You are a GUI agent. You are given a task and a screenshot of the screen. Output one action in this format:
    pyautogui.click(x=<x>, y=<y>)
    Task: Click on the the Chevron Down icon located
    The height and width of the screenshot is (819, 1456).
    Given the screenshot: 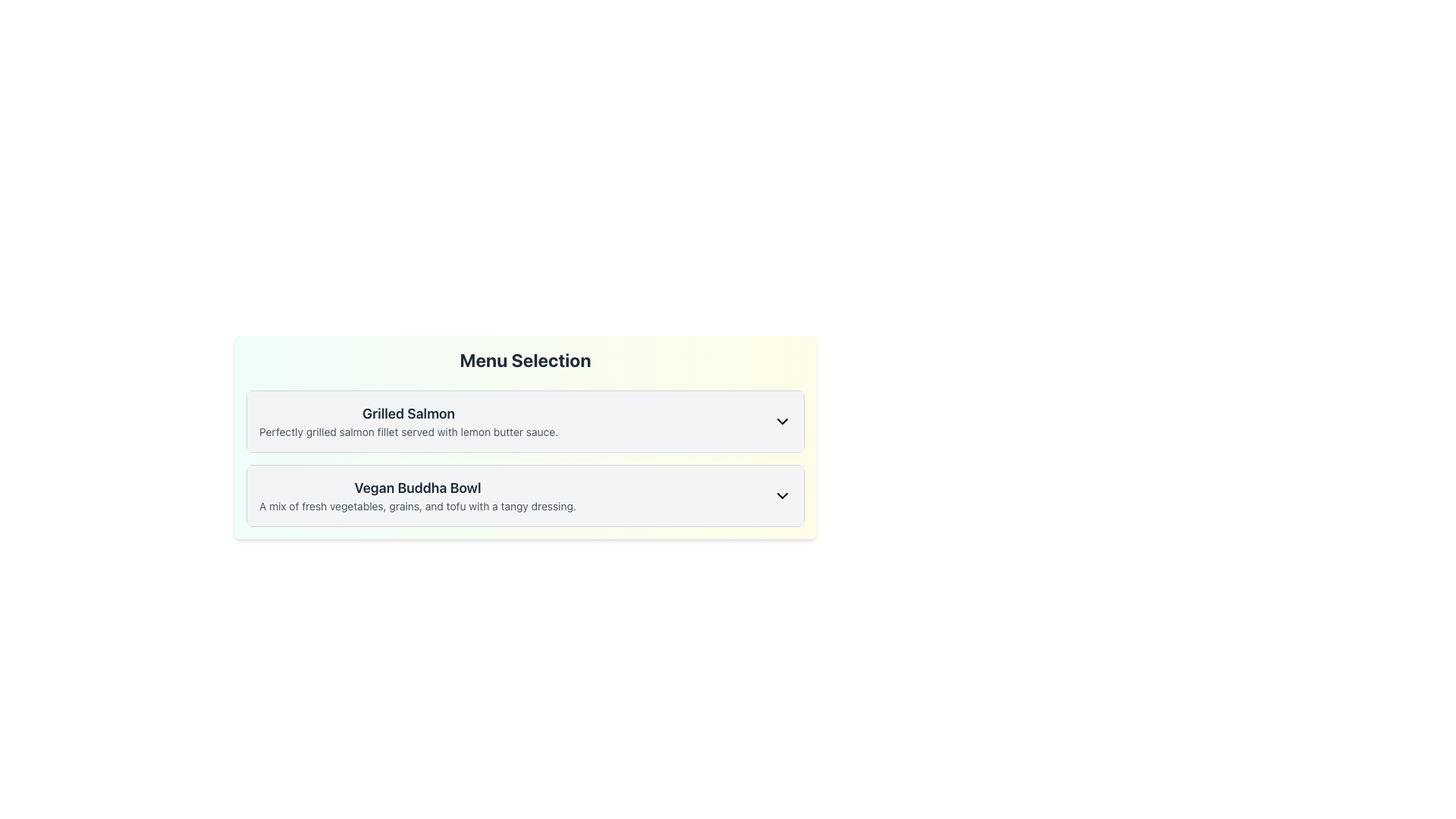 What is the action you would take?
    pyautogui.click(x=783, y=496)
    